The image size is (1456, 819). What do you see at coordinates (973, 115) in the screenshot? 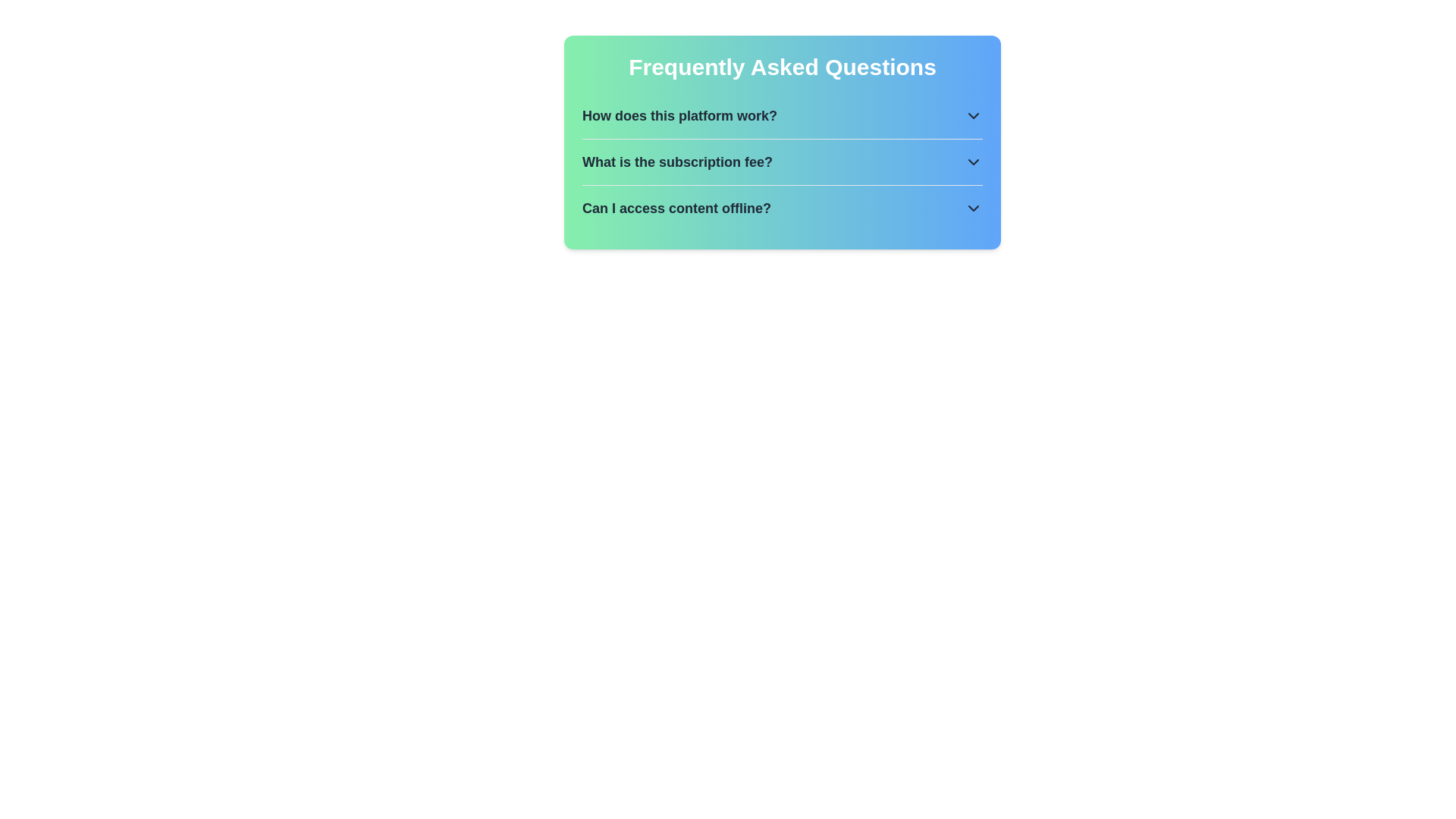
I see `the downward-pointing chevron icon located on the right edge of the question labeled 'How does this platform work?'` at bounding box center [973, 115].